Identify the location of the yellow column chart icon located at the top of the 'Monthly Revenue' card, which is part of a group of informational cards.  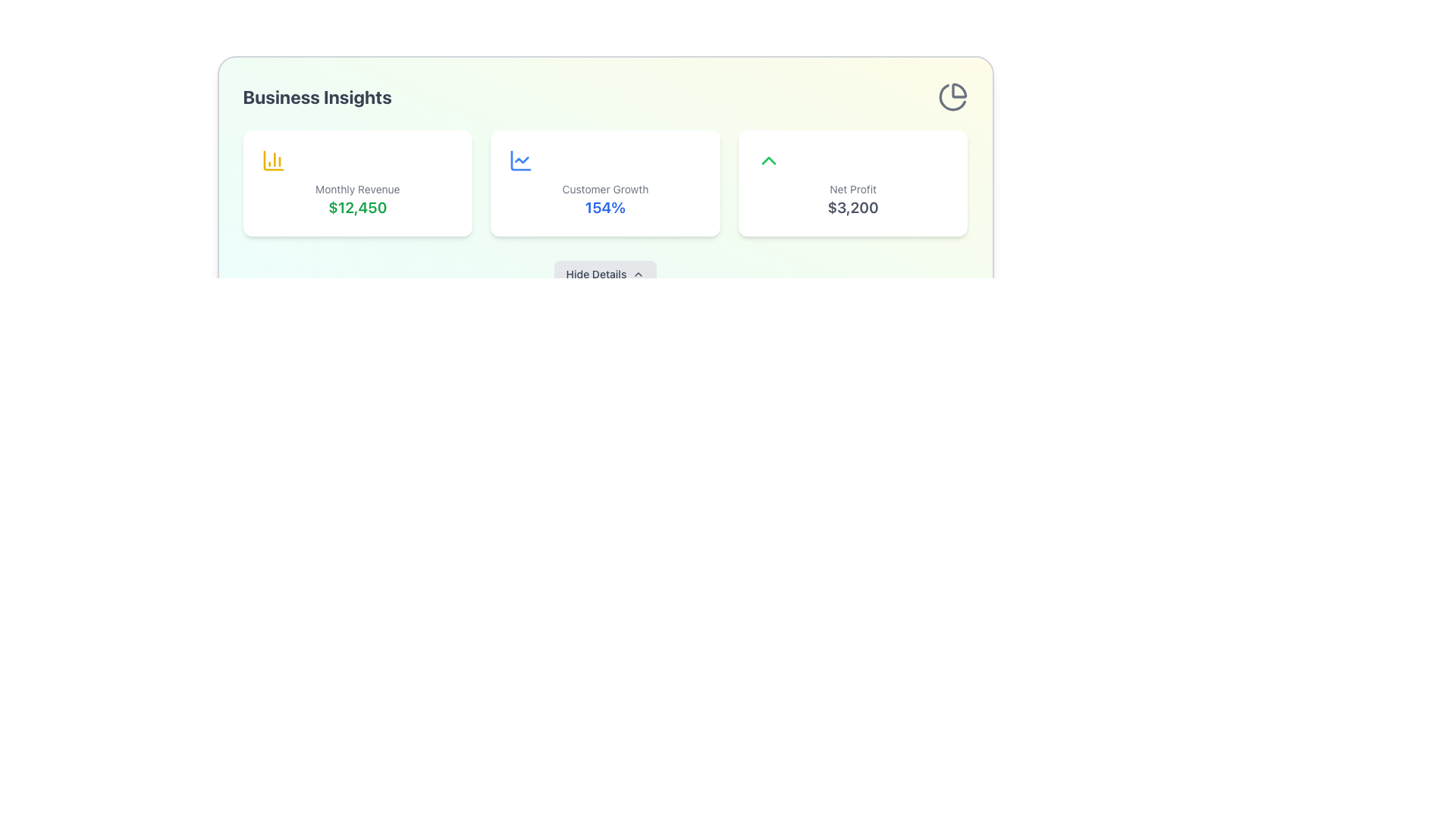
(273, 161).